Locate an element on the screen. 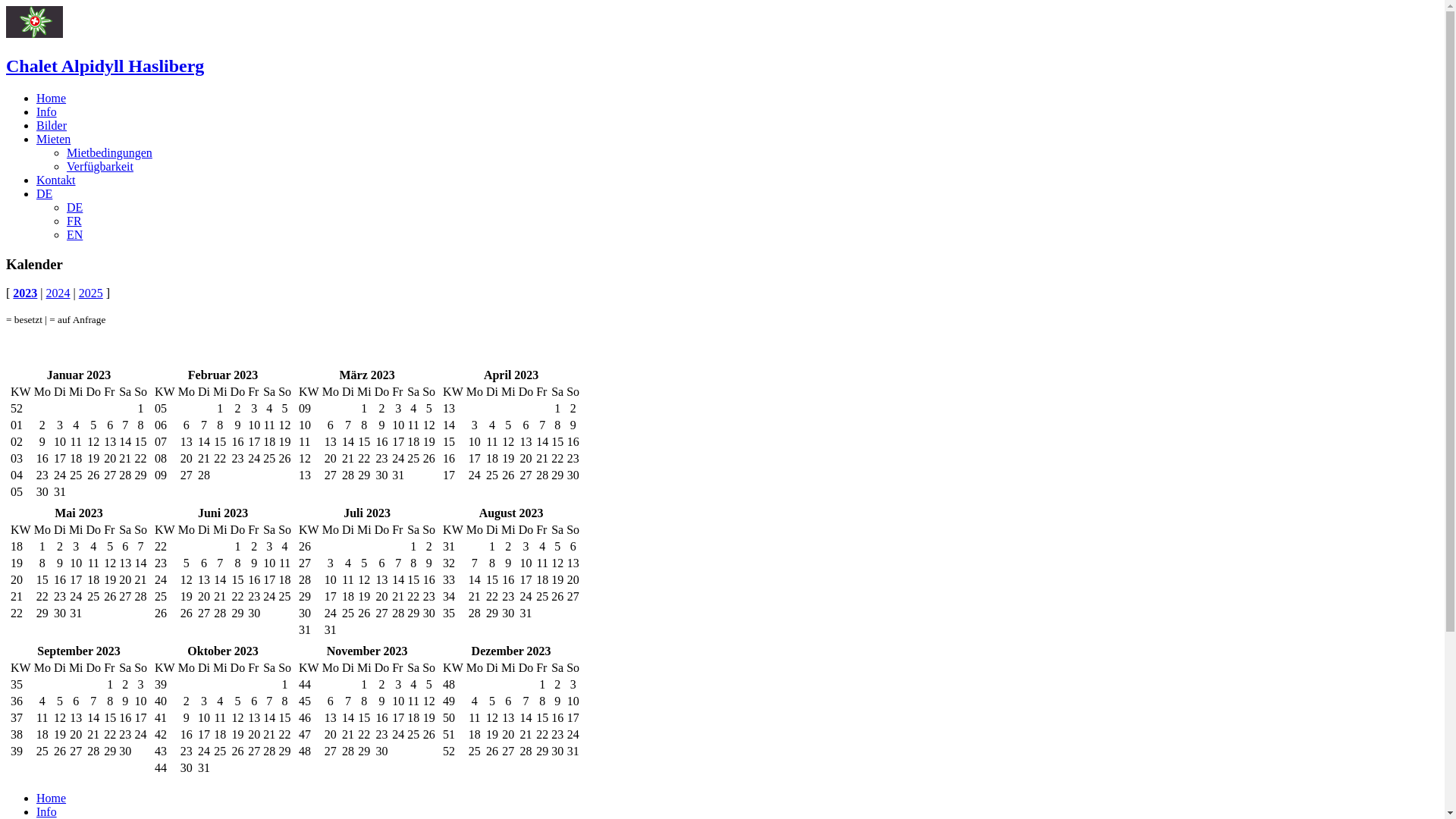 The height and width of the screenshot is (819, 1456). '2024' is located at coordinates (58, 293).